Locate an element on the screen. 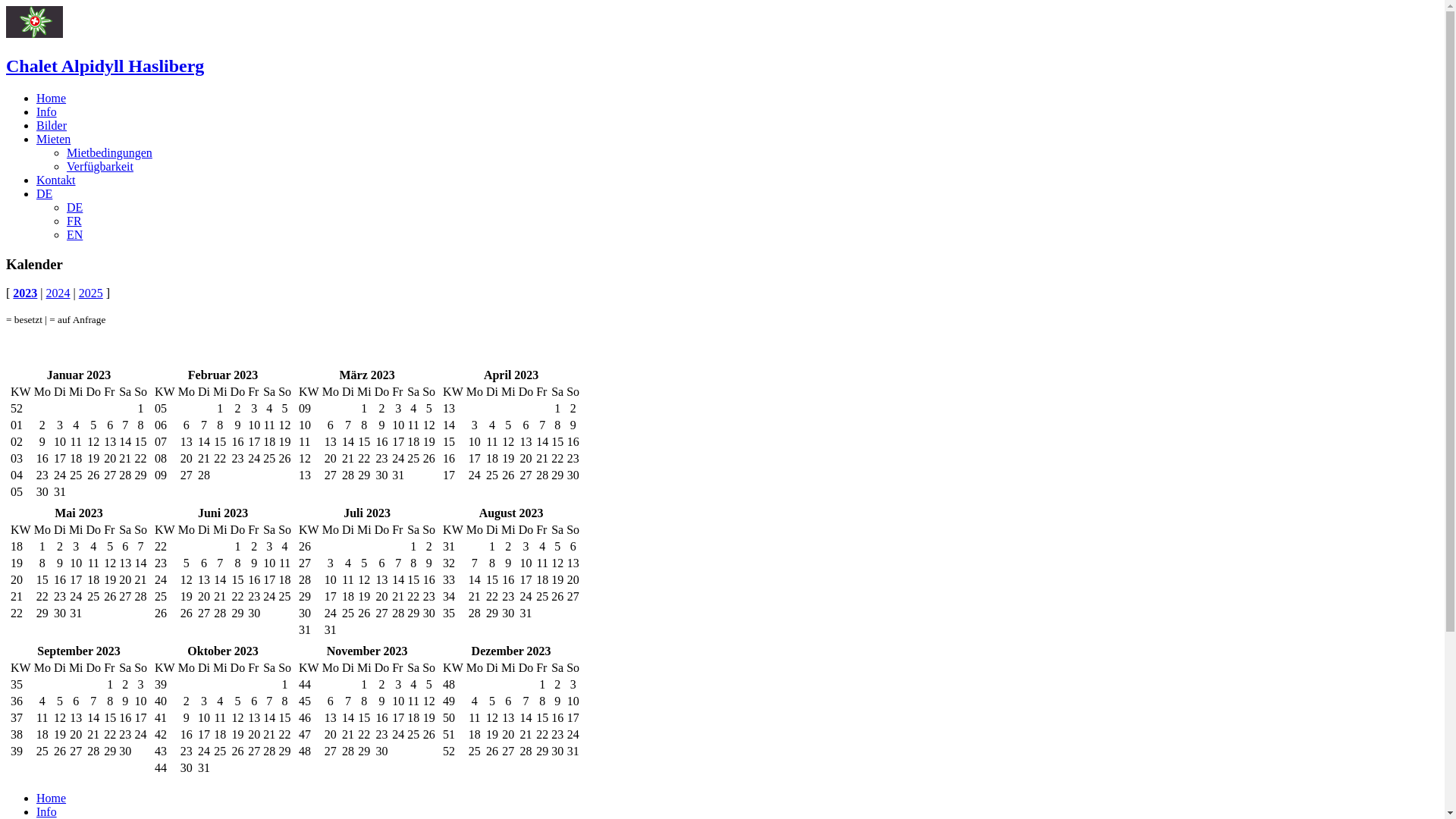 The height and width of the screenshot is (819, 1456). '2024' is located at coordinates (58, 293).